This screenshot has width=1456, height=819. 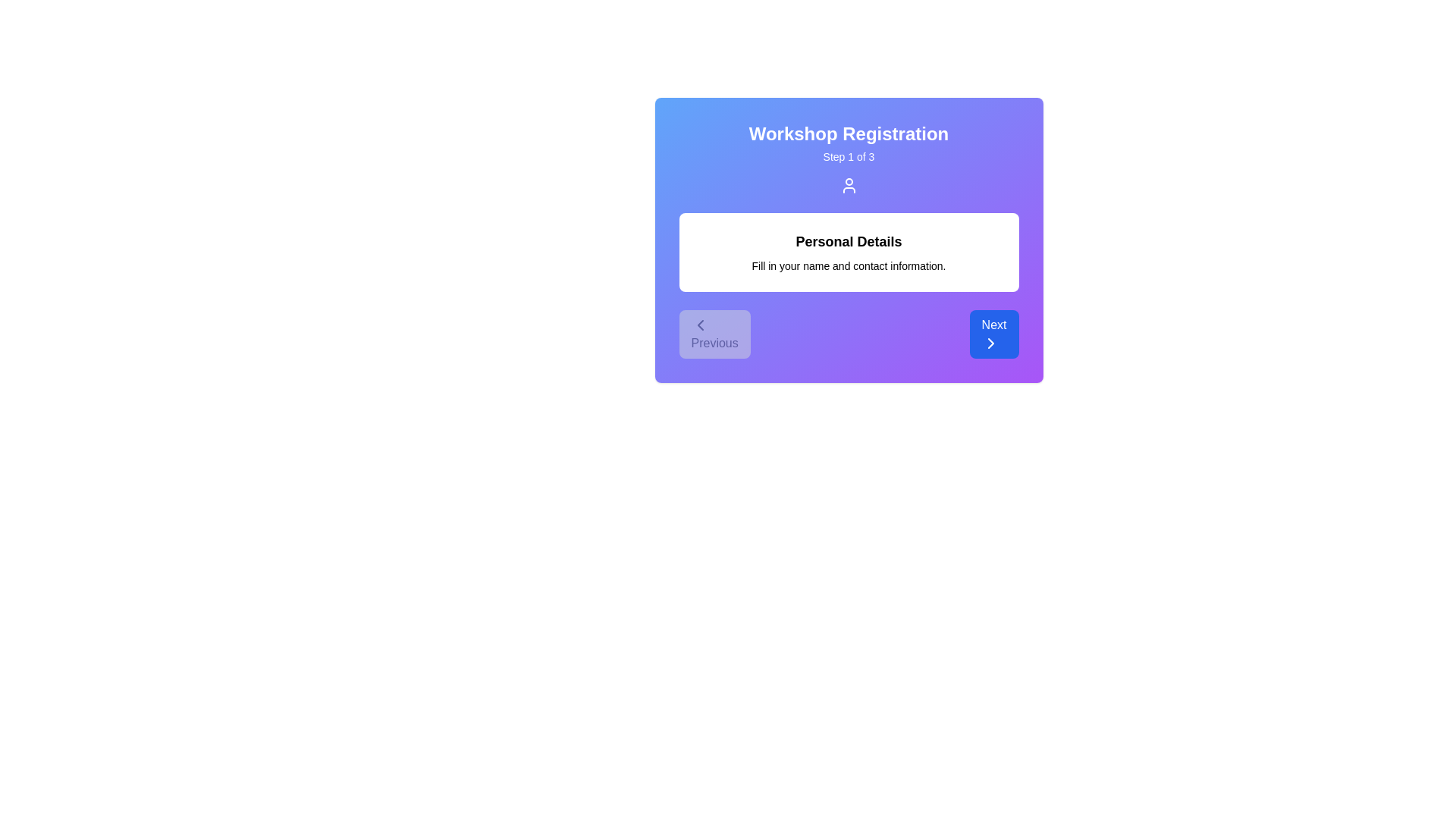 I want to click on the appearance of the small, right-facing chevron icon within the 'Next' button located in the bottom right corner of the modal, so click(x=990, y=343).